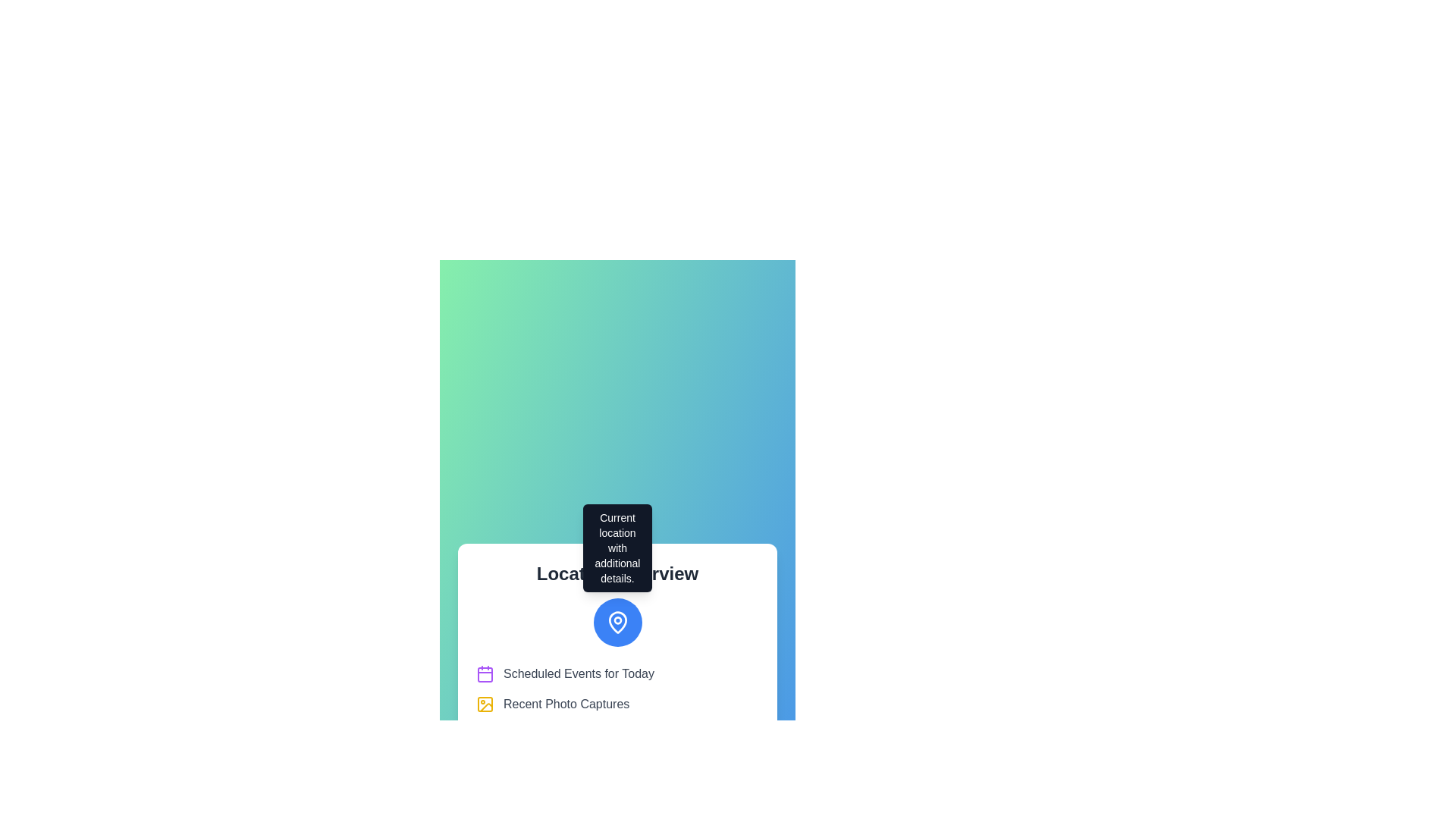 The width and height of the screenshot is (1456, 819). Describe the element at coordinates (484, 704) in the screenshot. I see `the non-interactive icon indicating association with photos, located immediately to the left of the text 'Recent Photo Captures'` at that location.